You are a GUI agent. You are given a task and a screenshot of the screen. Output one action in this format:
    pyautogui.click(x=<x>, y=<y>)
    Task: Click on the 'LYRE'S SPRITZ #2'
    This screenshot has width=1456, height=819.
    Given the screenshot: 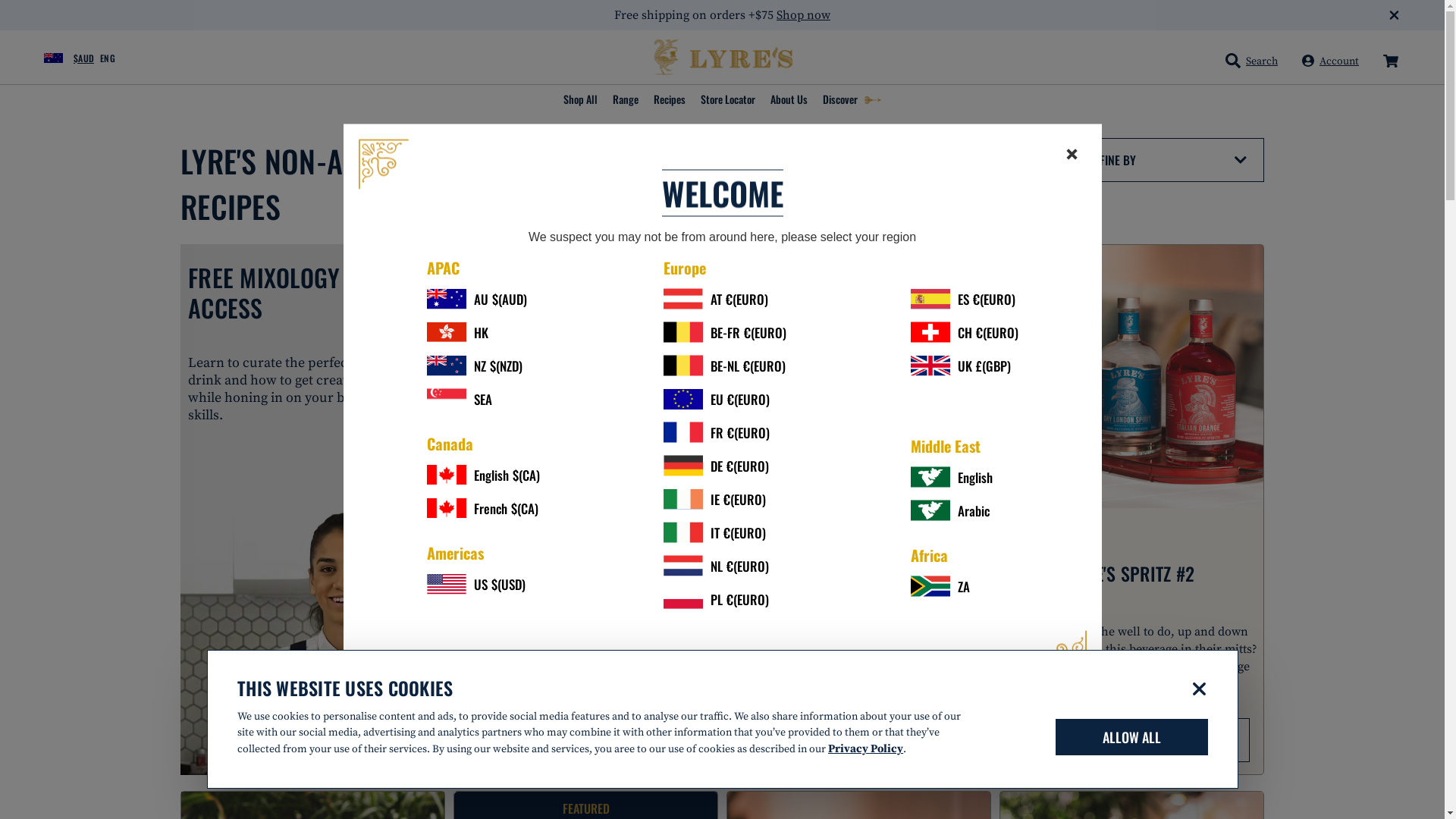 What is the action you would take?
    pyautogui.click(x=1131, y=573)
    